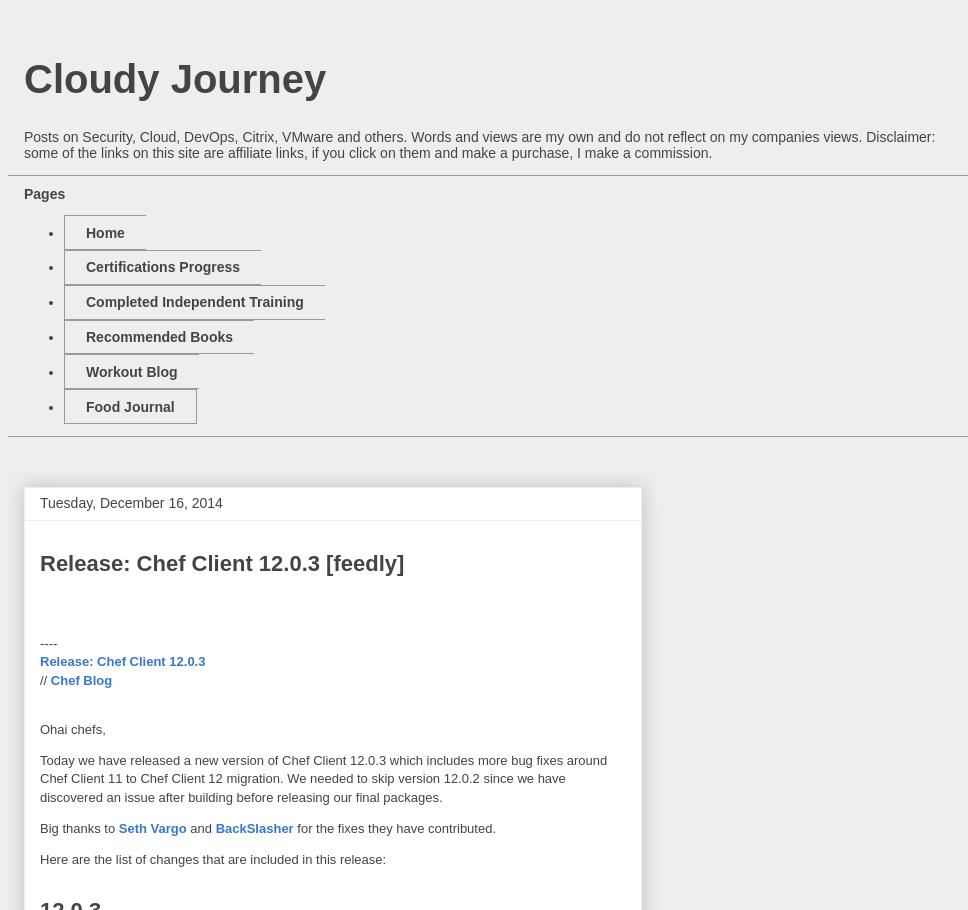 The width and height of the screenshot is (968, 910). What do you see at coordinates (44, 678) in the screenshot?
I see `'//'` at bounding box center [44, 678].